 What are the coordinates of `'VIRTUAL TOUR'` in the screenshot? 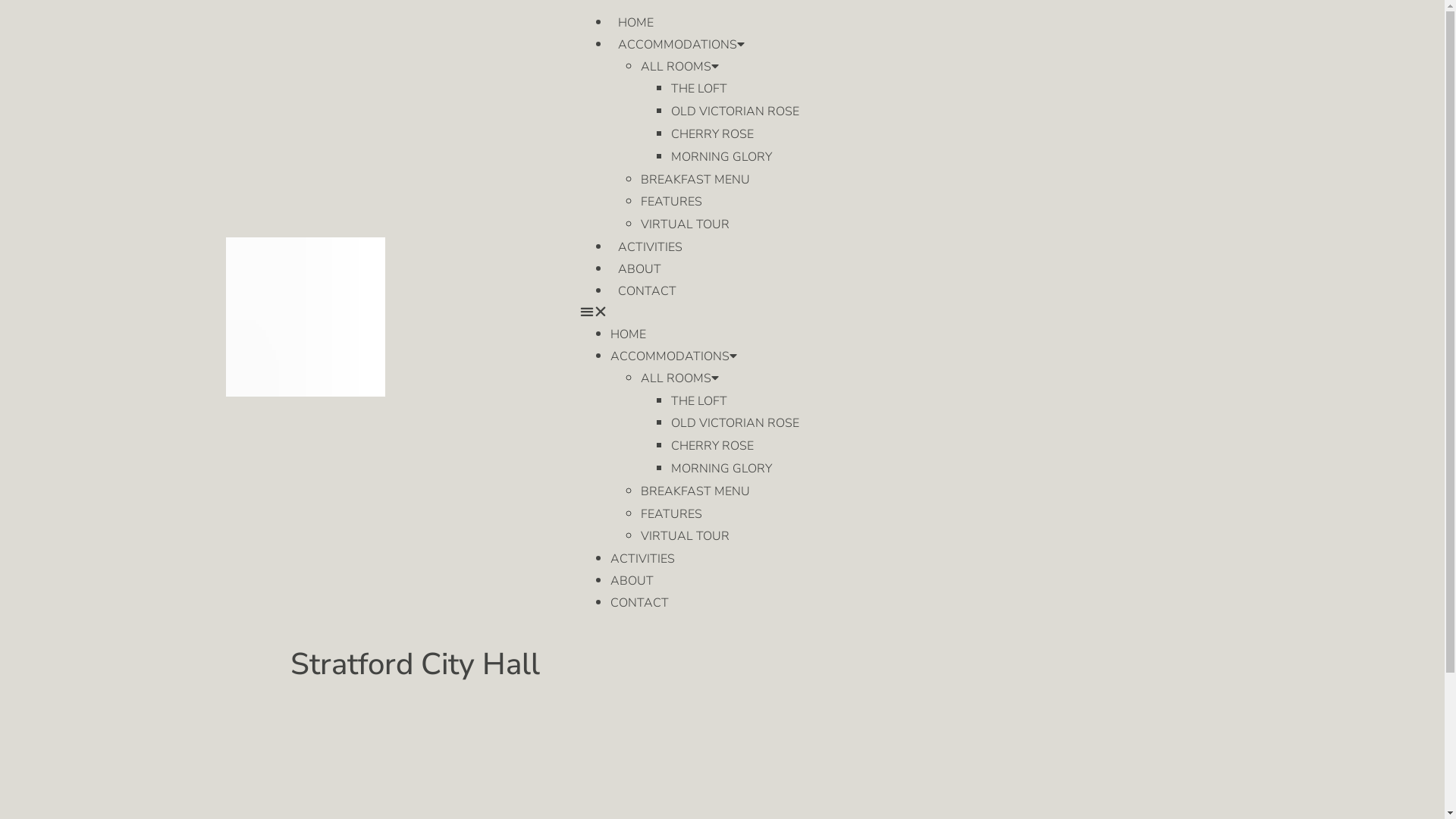 It's located at (684, 224).